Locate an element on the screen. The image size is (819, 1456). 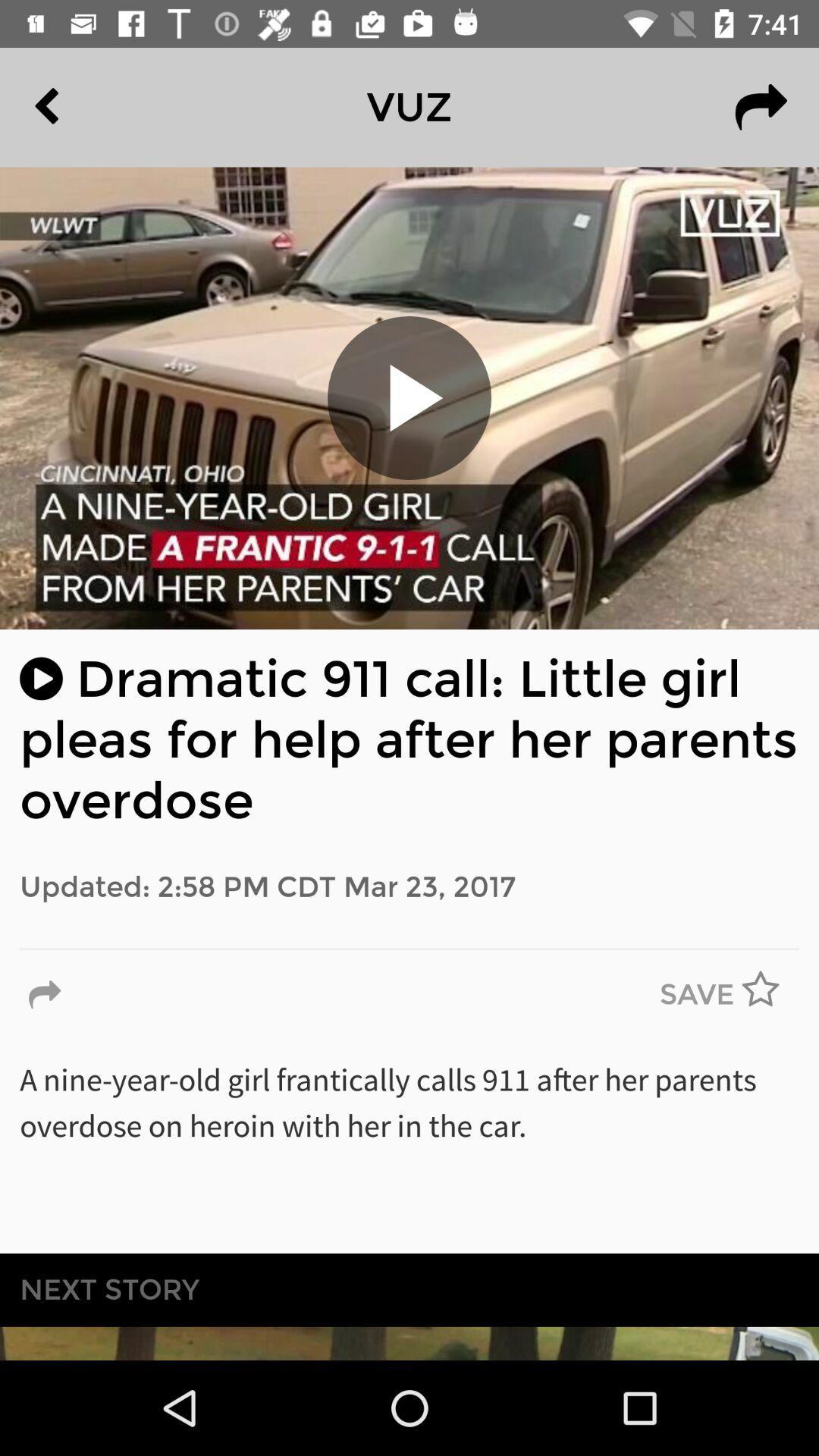
the icon above updated 2 58 icon is located at coordinates (409, 740).